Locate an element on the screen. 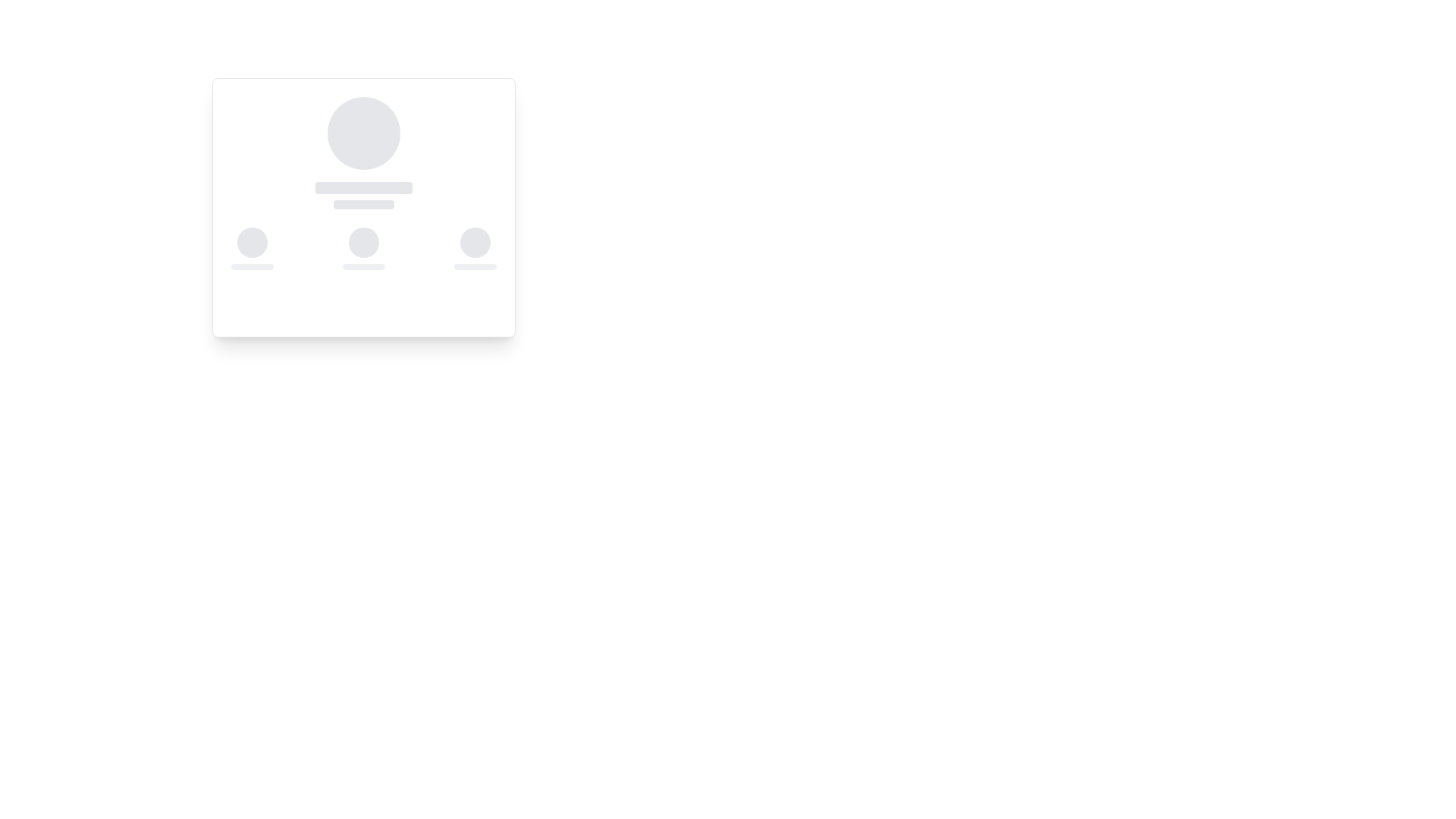 The width and height of the screenshot is (1456, 819). the circular placeholder for the profile avatar located at the leftmost position of the triplet component group is located at coordinates (252, 247).